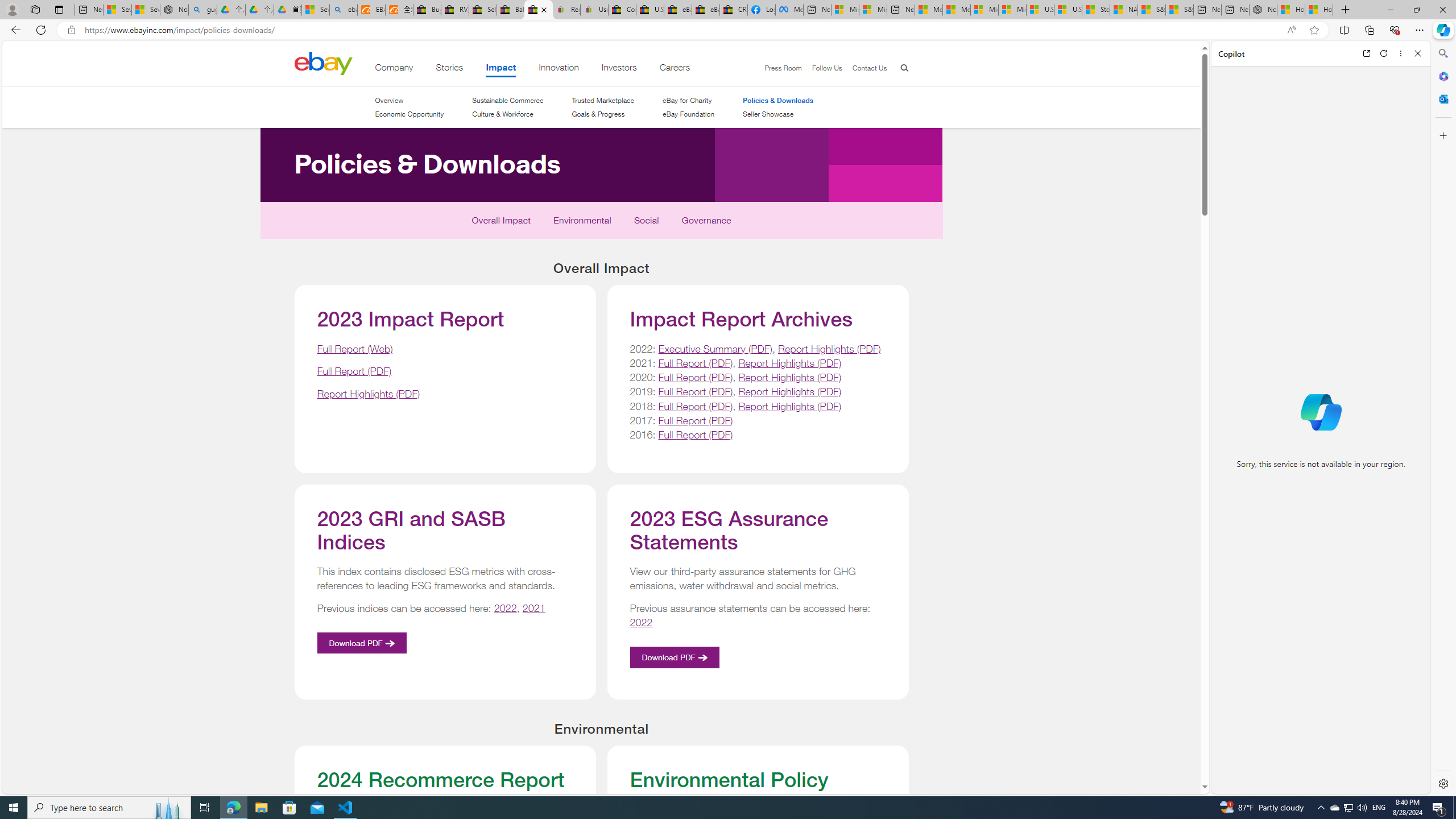 The image size is (1456, 819). Describe the element at coordinates (783, 67) in the screenshot. I see `'Press Room'` at that location.